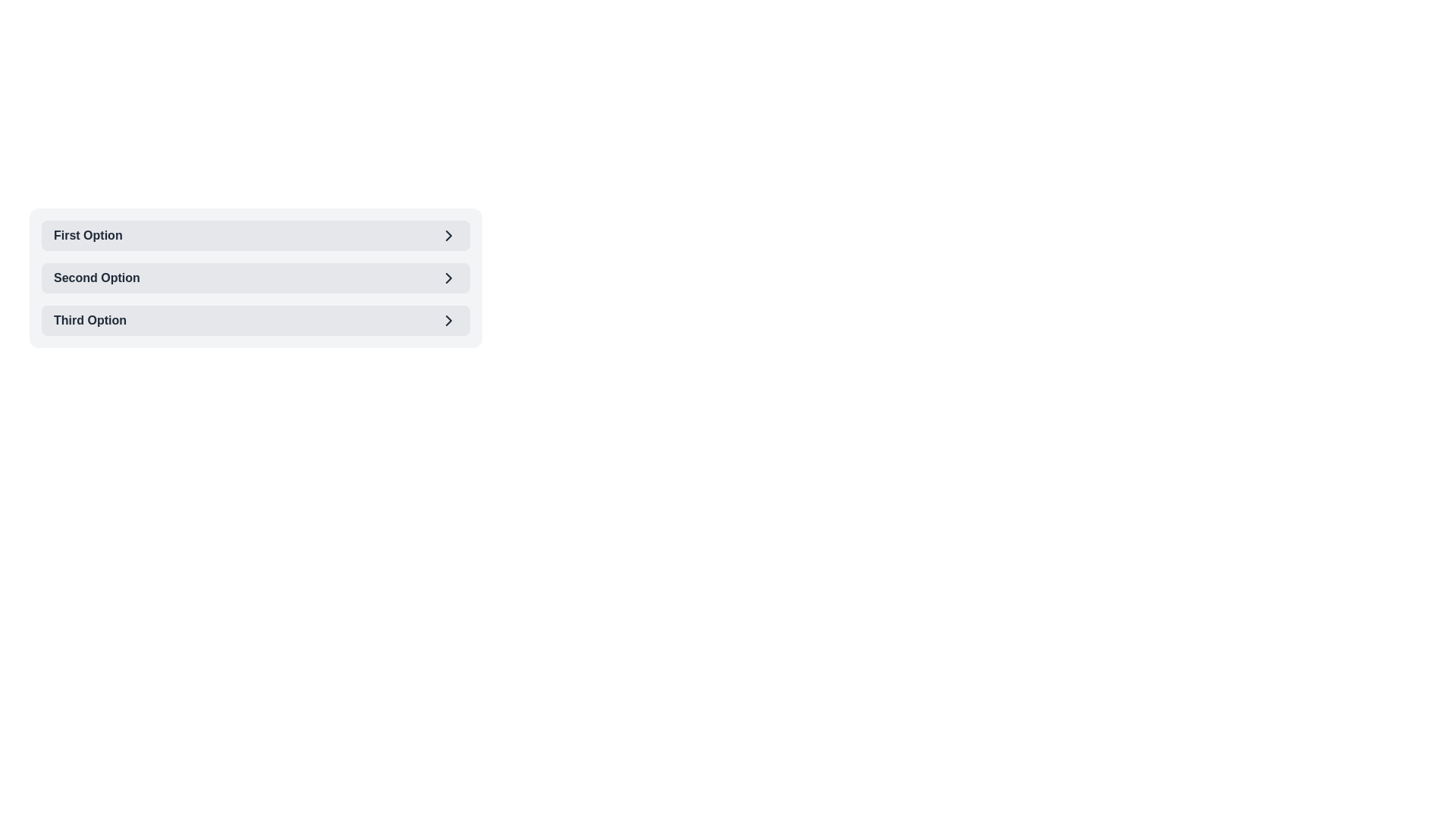  Describe the element at coordinates (447, 320) in the screenshot. I see `the chevron icon located at the far right of the 'Third Option' row to interact and expand additional content or navigate` at that location.